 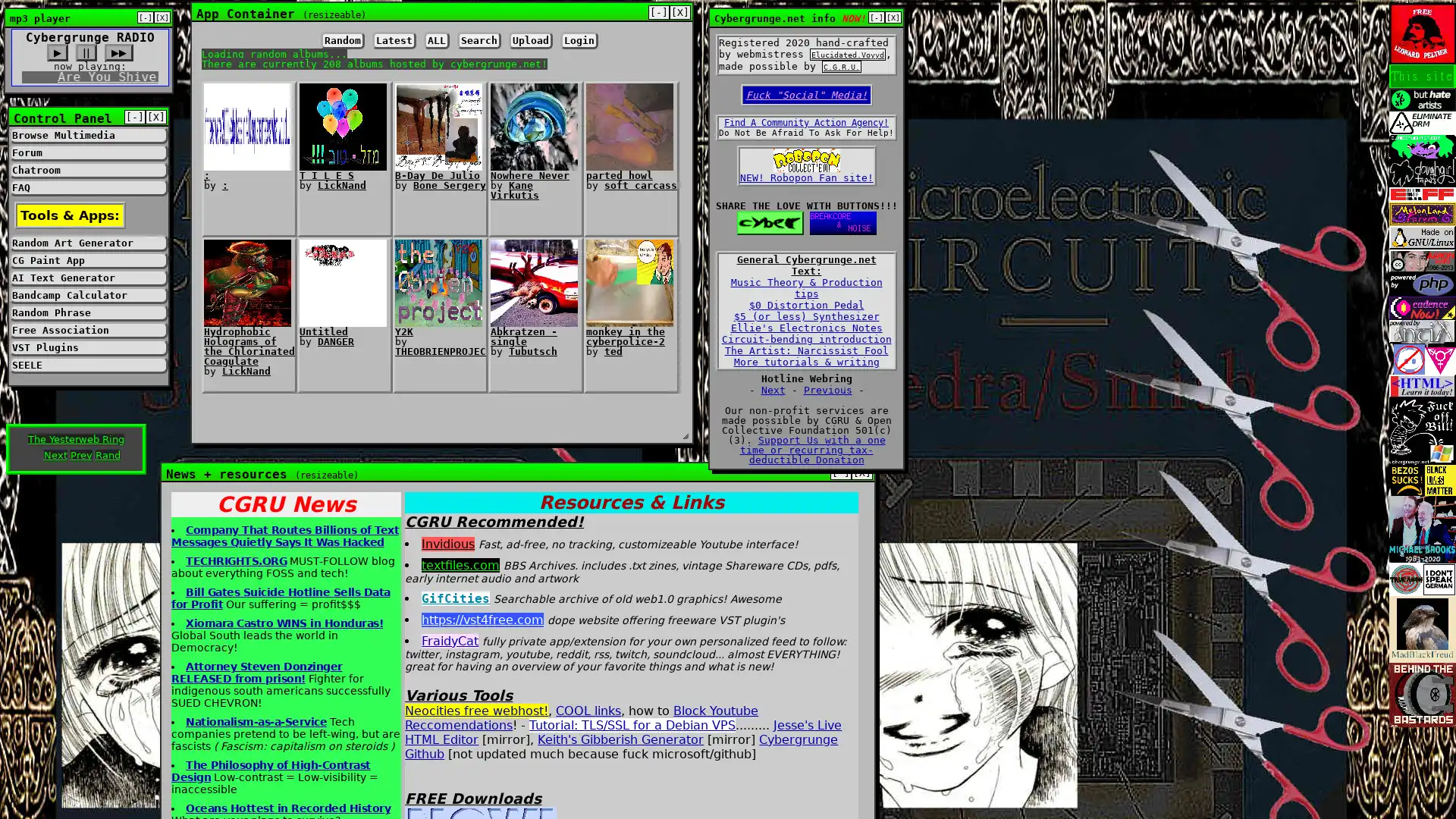 What do you see at coordinates (146, 17) in the screenshot?
I see `[-]` at bounding box center [146, 17].